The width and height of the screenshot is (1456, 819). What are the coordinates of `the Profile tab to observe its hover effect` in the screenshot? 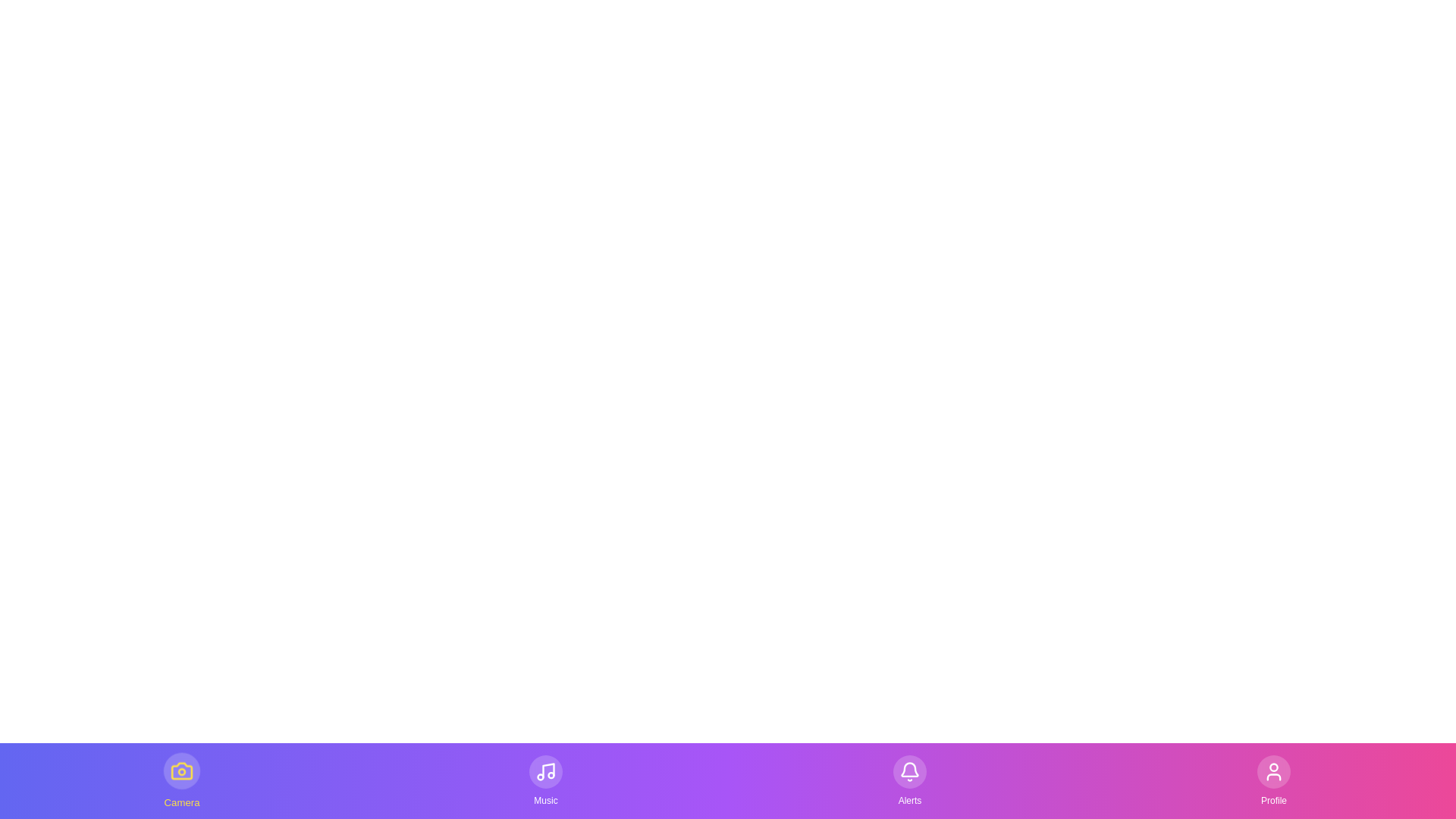 It's located at (1274, 780).